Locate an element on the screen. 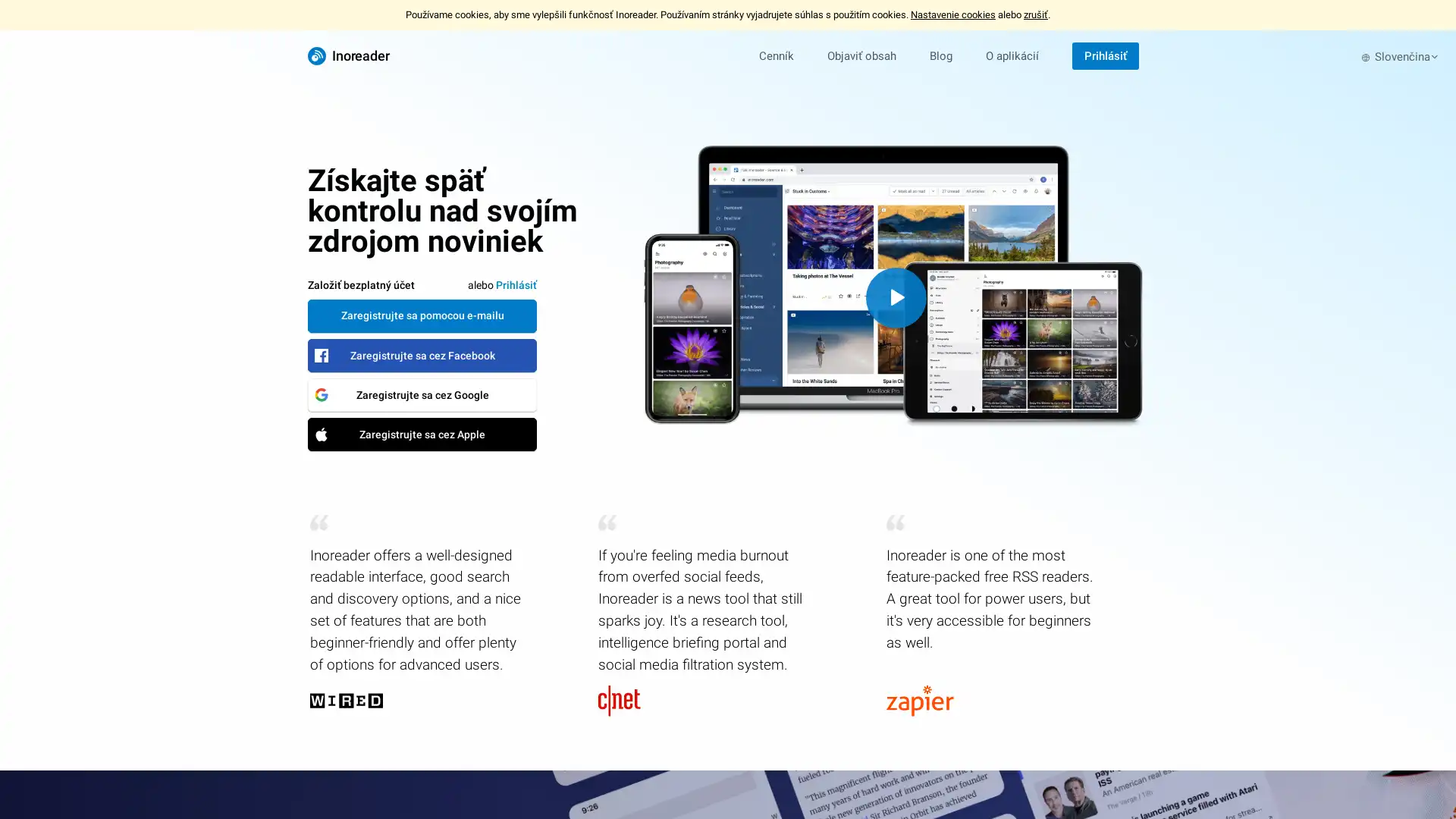 The image size is (1456, 819). Zaregistrujte sa pomocou e-mailu is located at coordinates (422, 315).